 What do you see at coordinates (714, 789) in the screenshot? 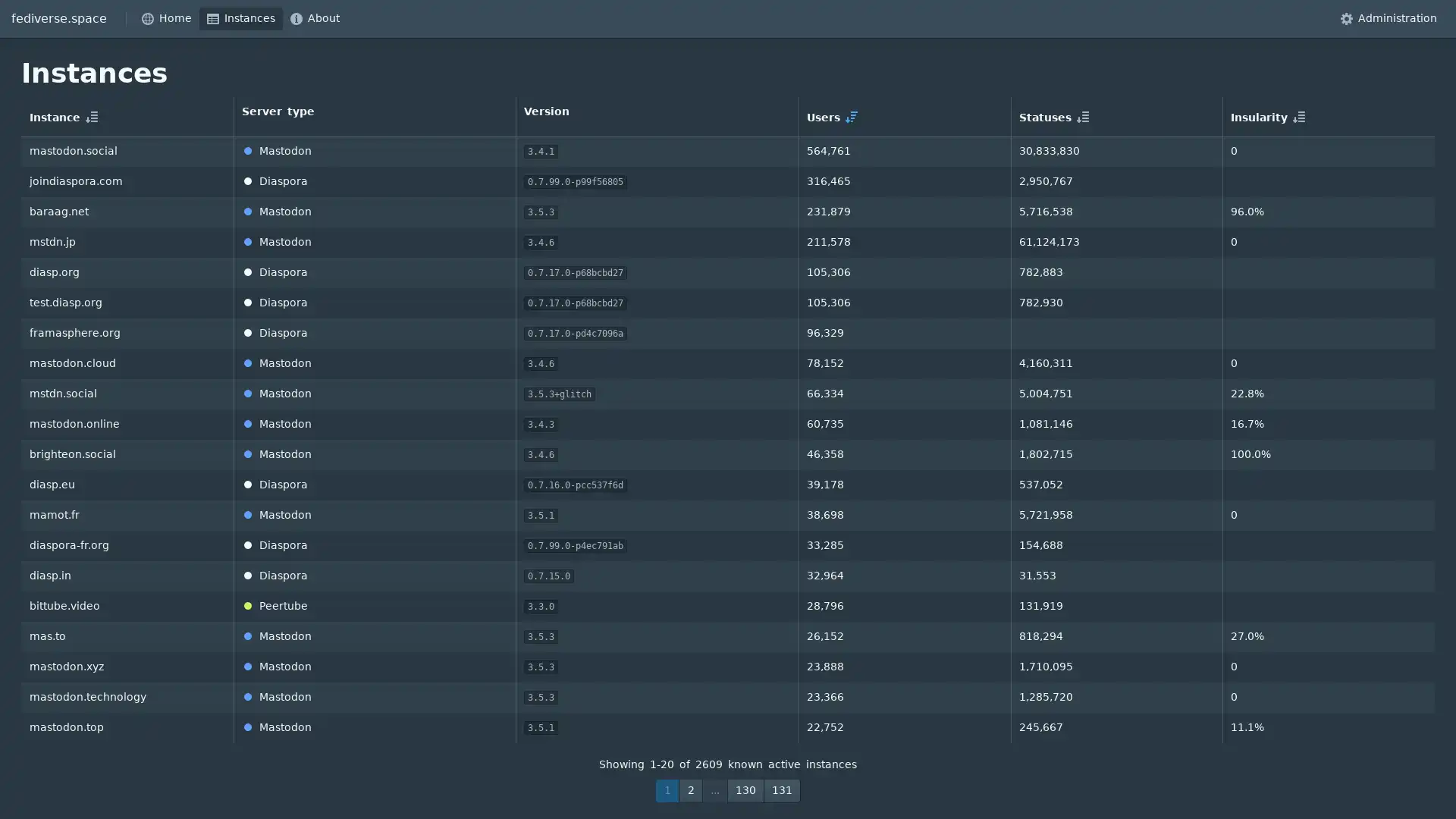
I see `...` at bounding box center [714, 789].